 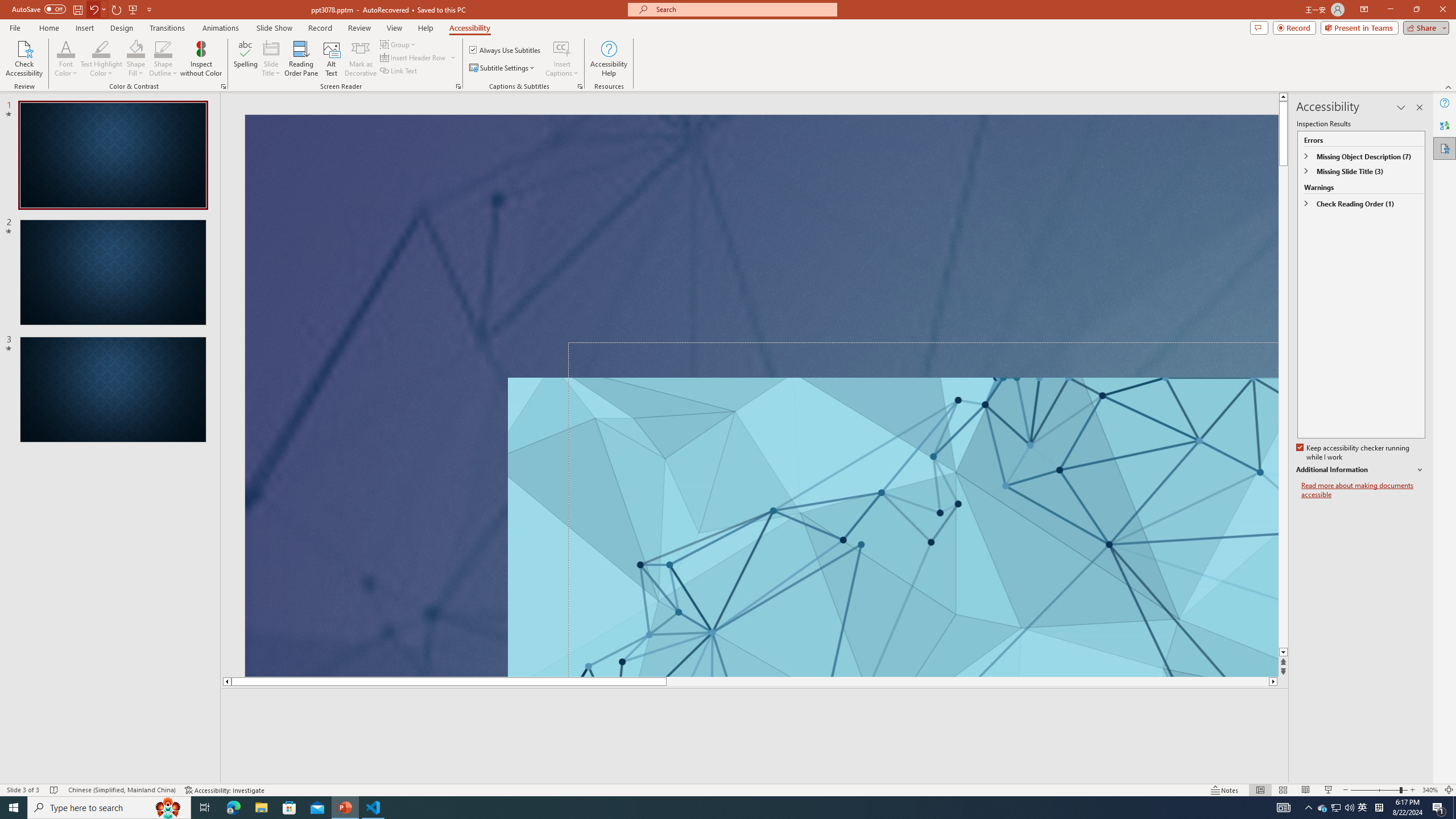 What do you see at coordinates (561, 59) in the screenshot?
I see `'Insert Captions'` at bounding box center [561, 59].